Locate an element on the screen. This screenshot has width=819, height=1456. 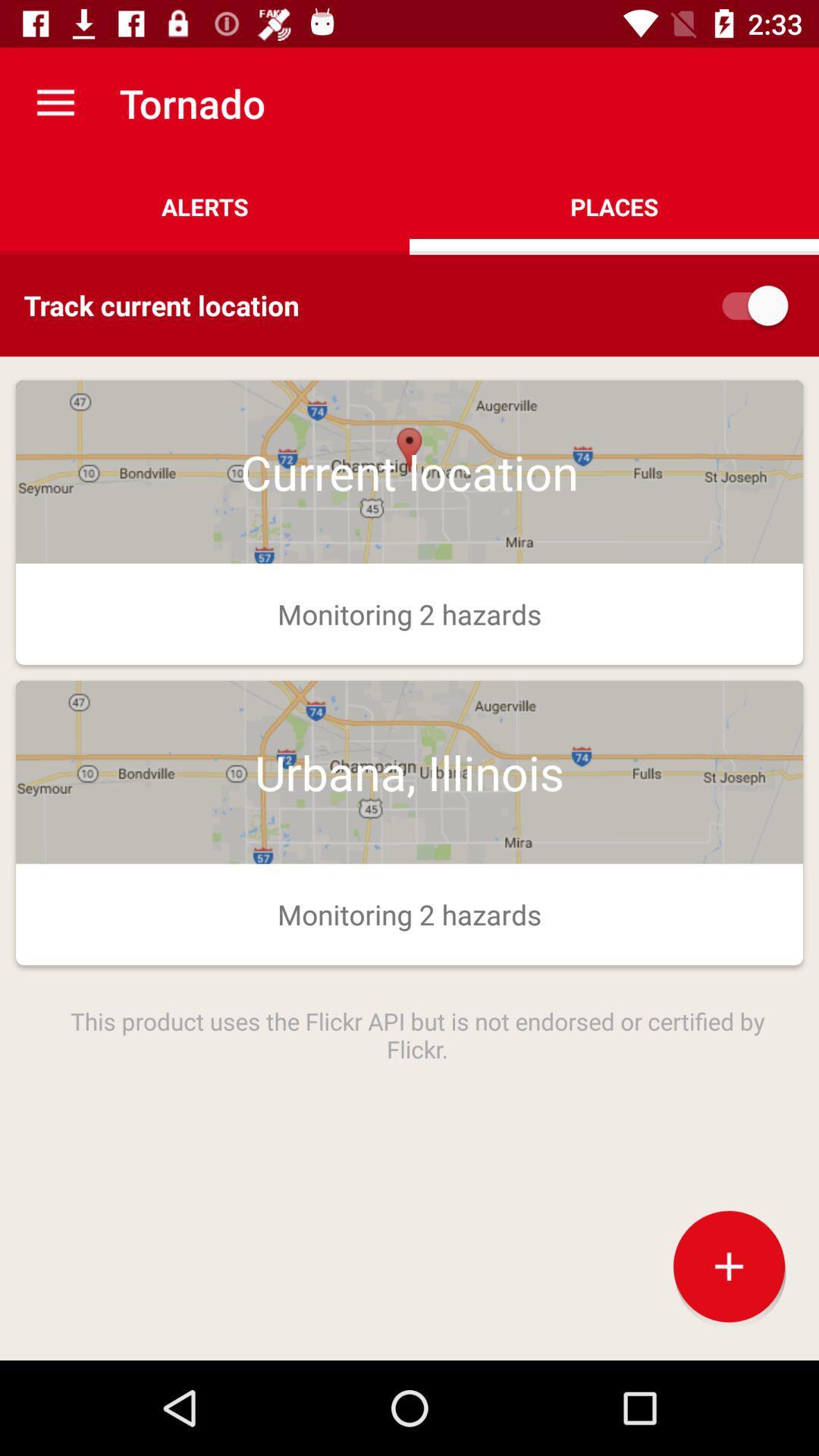
icon above track current location icon is located at coordinates (205, 206).